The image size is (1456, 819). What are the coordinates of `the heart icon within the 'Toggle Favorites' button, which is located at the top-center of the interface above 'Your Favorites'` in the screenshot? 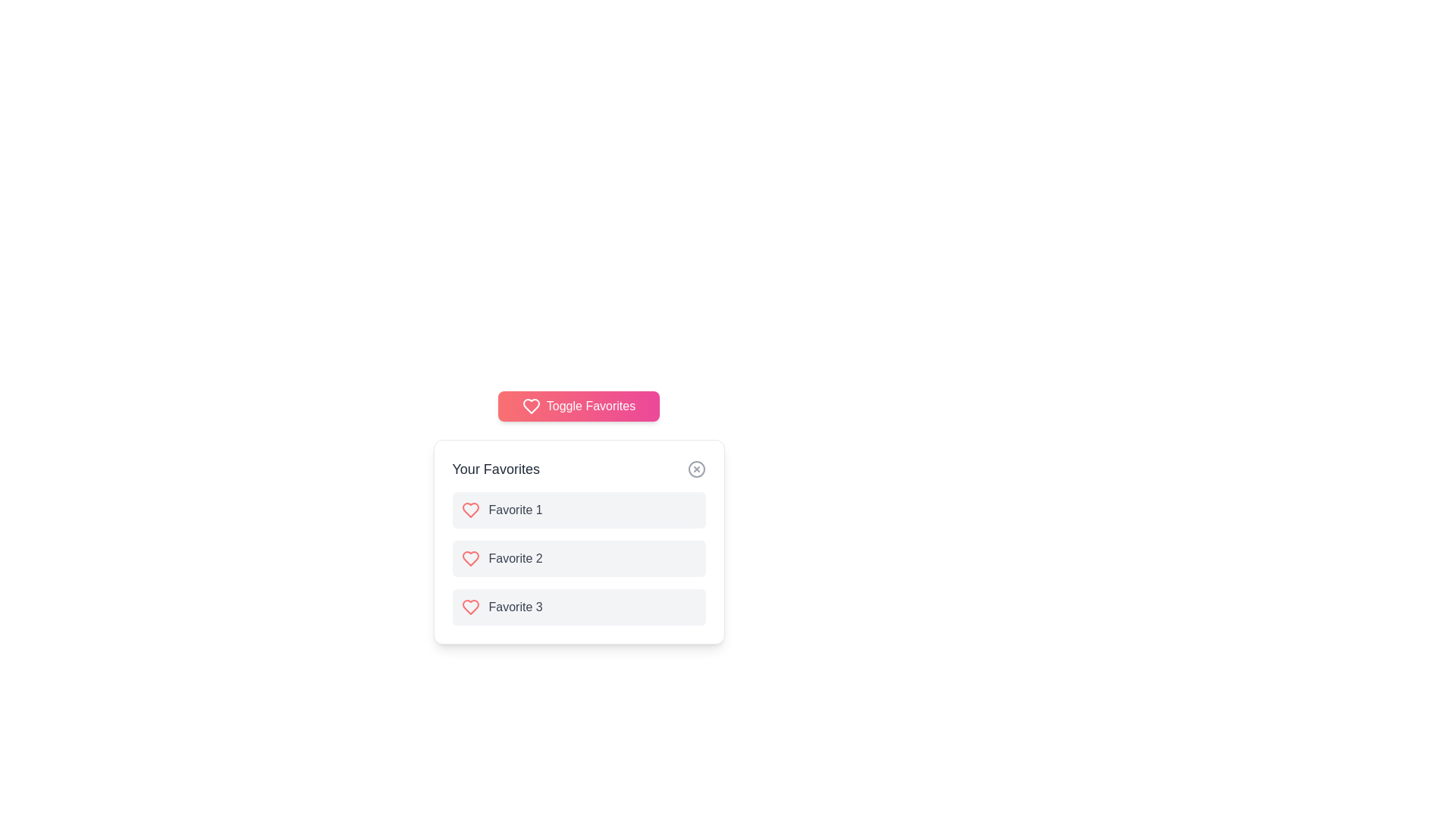 It's located at (531, 406).